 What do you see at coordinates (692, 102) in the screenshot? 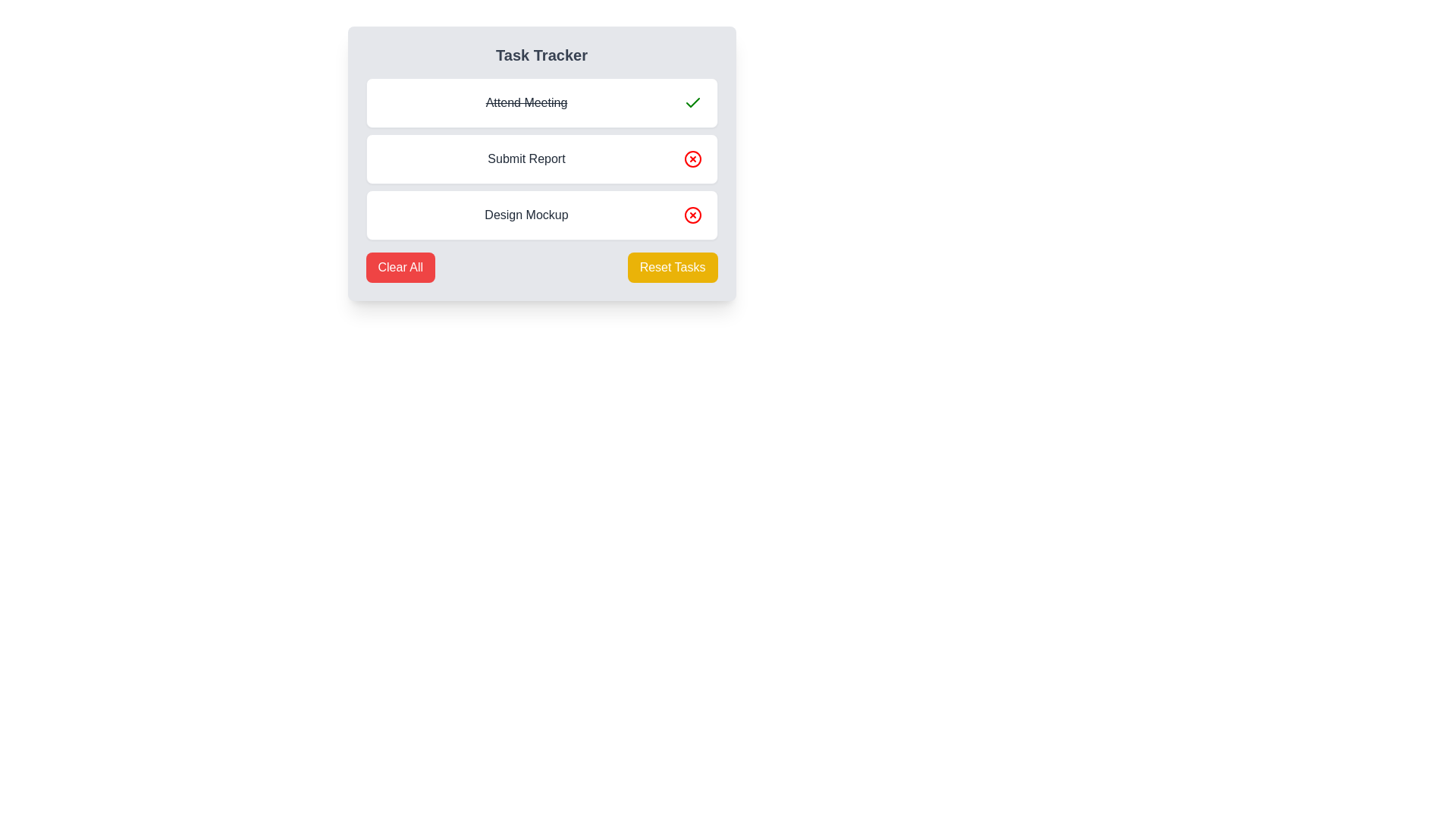
I see `the green checkmark icon, which is styled with a thin stroke and rounded edges, located at the rightmost side of the first row in the task list, next to the text 'Attend Meeting'` at bounding box center [692, 102].